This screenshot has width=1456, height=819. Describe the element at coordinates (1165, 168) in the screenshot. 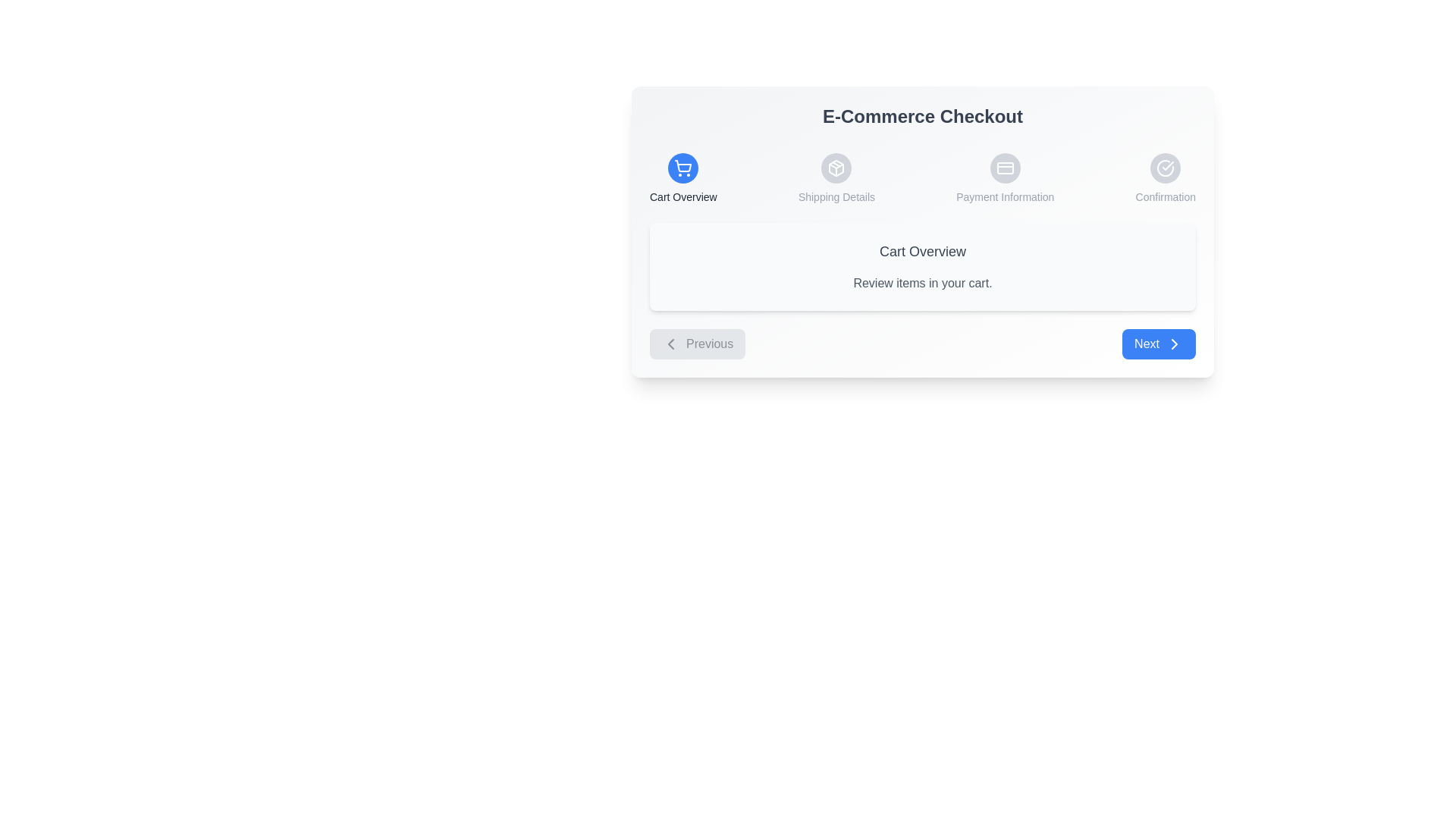

I see `the decorative indicator circular button with a checkmark icon located at the top-right section of the progress bar, which represents the final step labeled 'Confirmation'` at that location.